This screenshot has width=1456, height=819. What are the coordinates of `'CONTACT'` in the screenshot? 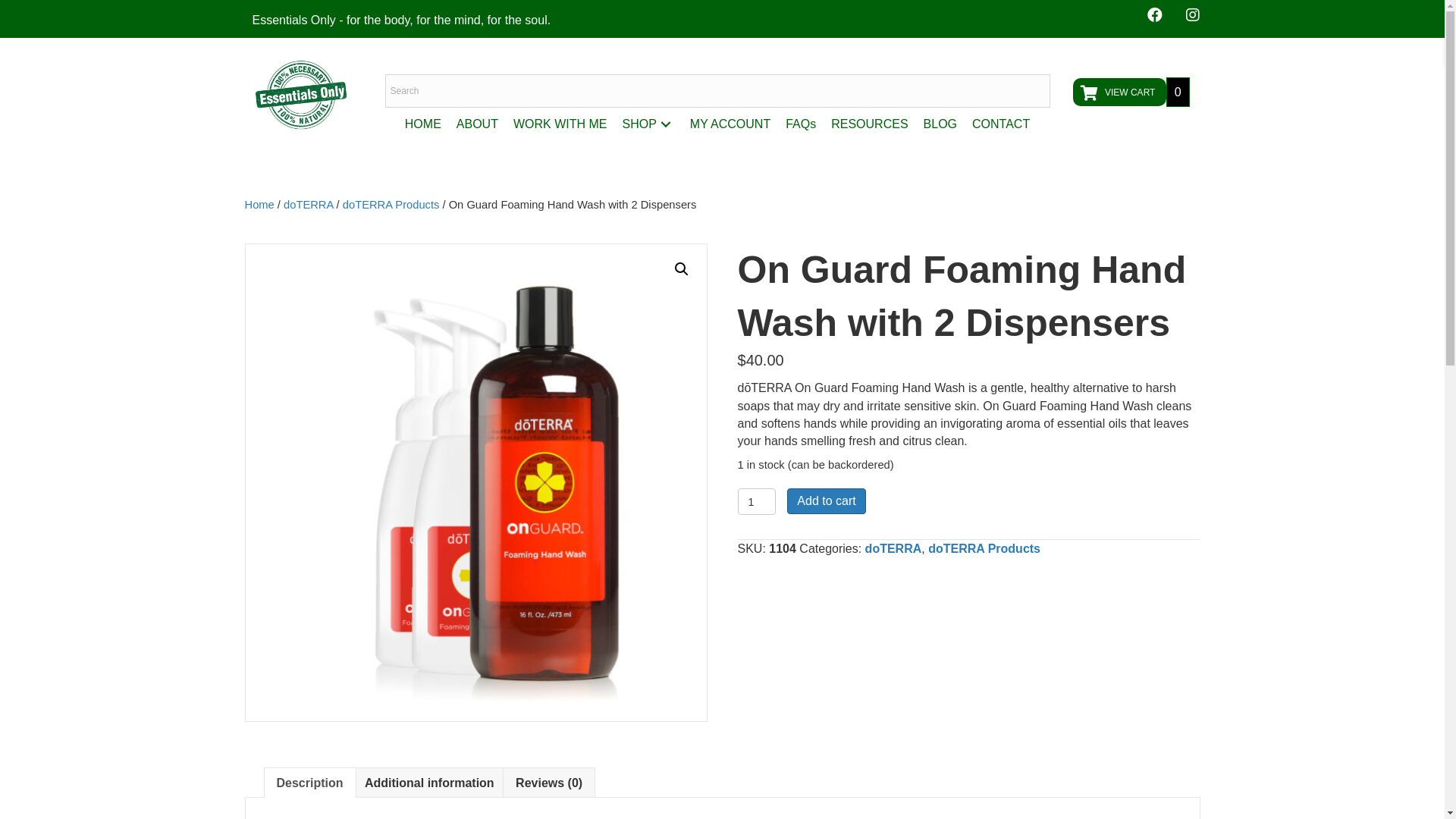 It's located at (1001, 123).